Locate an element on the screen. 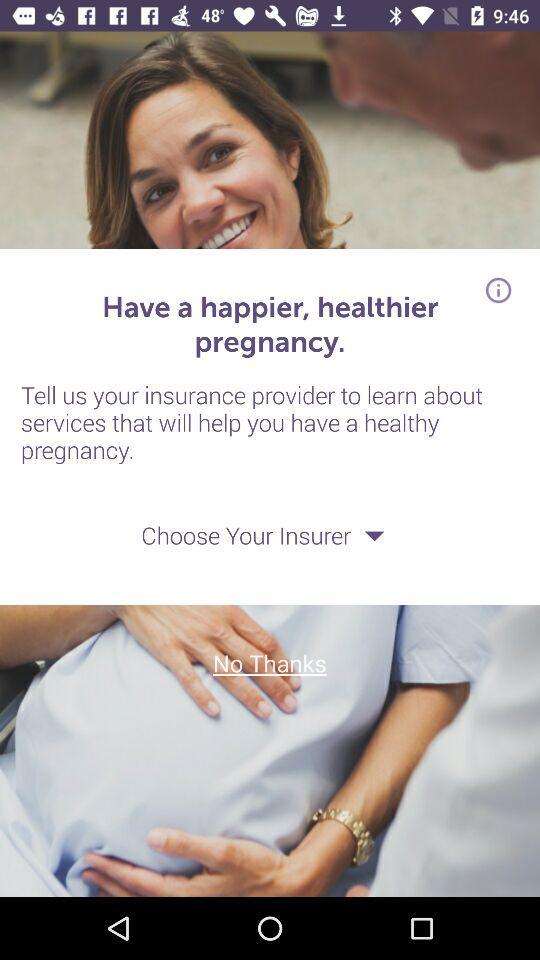 This screenshot has width=540, height=960. the info icon is located at coordinates (497, 289).